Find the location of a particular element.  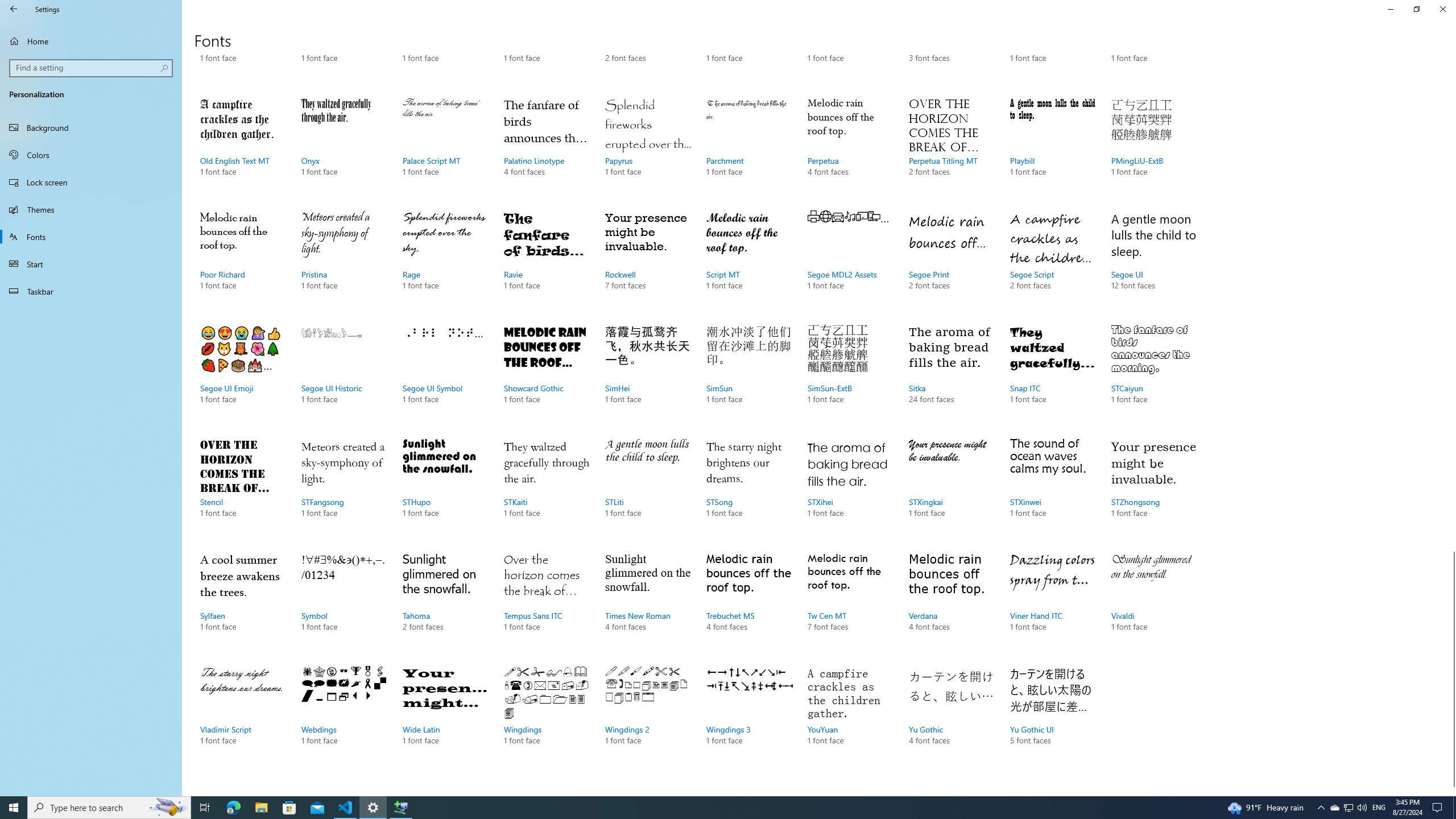

'Rage, 1 font face' is located at coordinates (445, 262).